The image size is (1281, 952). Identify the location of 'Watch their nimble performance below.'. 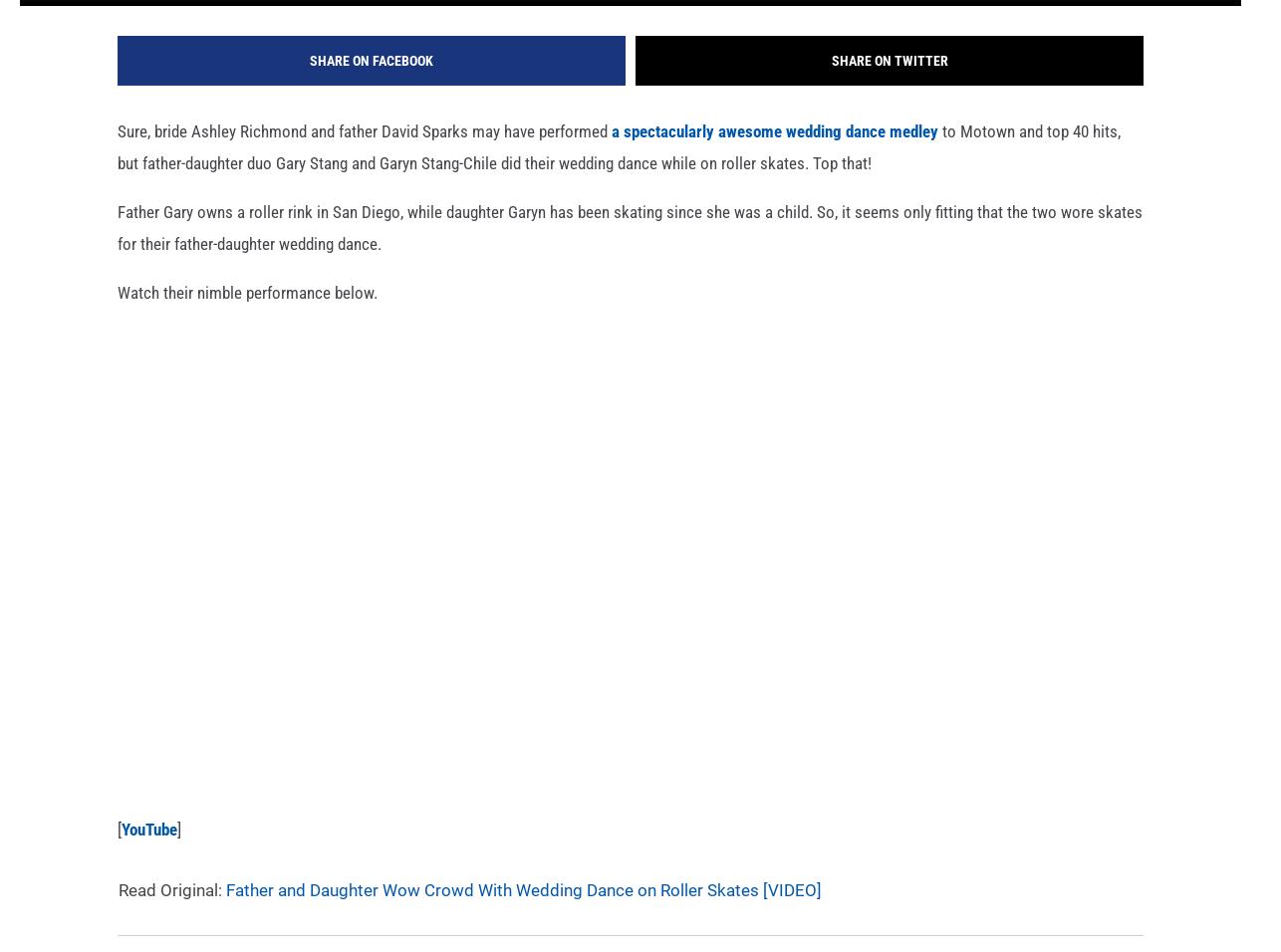
(118, 319).